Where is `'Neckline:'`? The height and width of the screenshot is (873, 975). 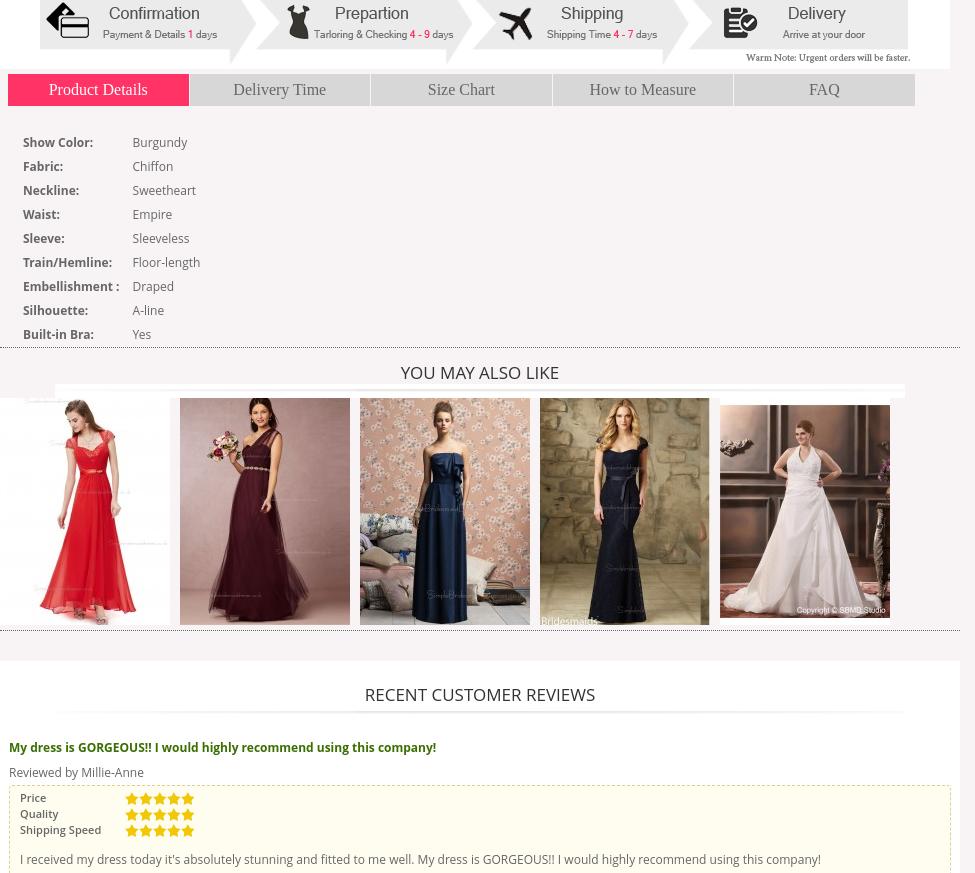
'Neckline:' is located at coordinates (50, 189).